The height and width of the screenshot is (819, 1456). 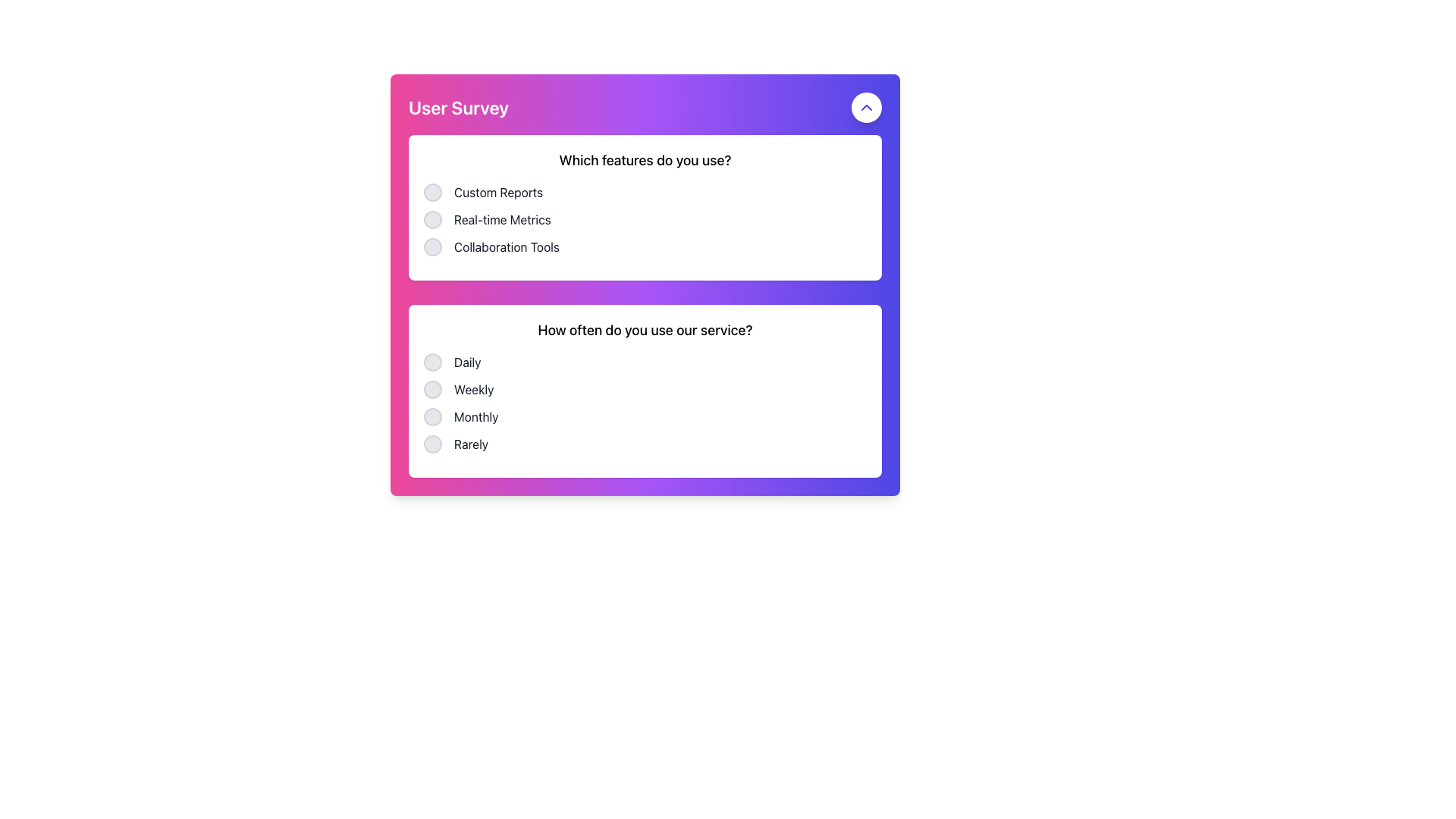 I want to click on the 'Rarely' radio button option in the user survey, so click(x=645, y=444).